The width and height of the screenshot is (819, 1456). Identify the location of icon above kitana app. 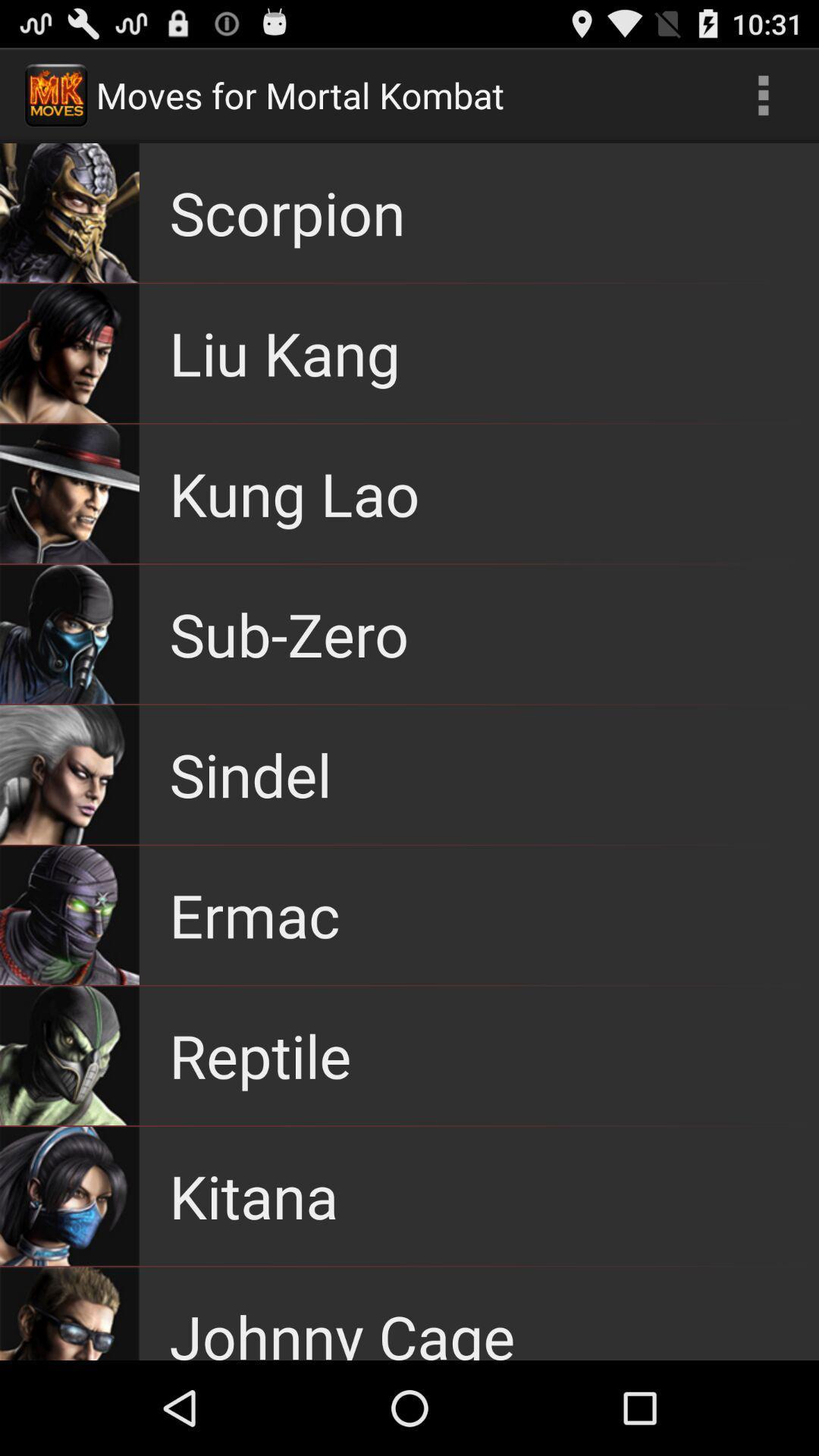
(259, 1055).